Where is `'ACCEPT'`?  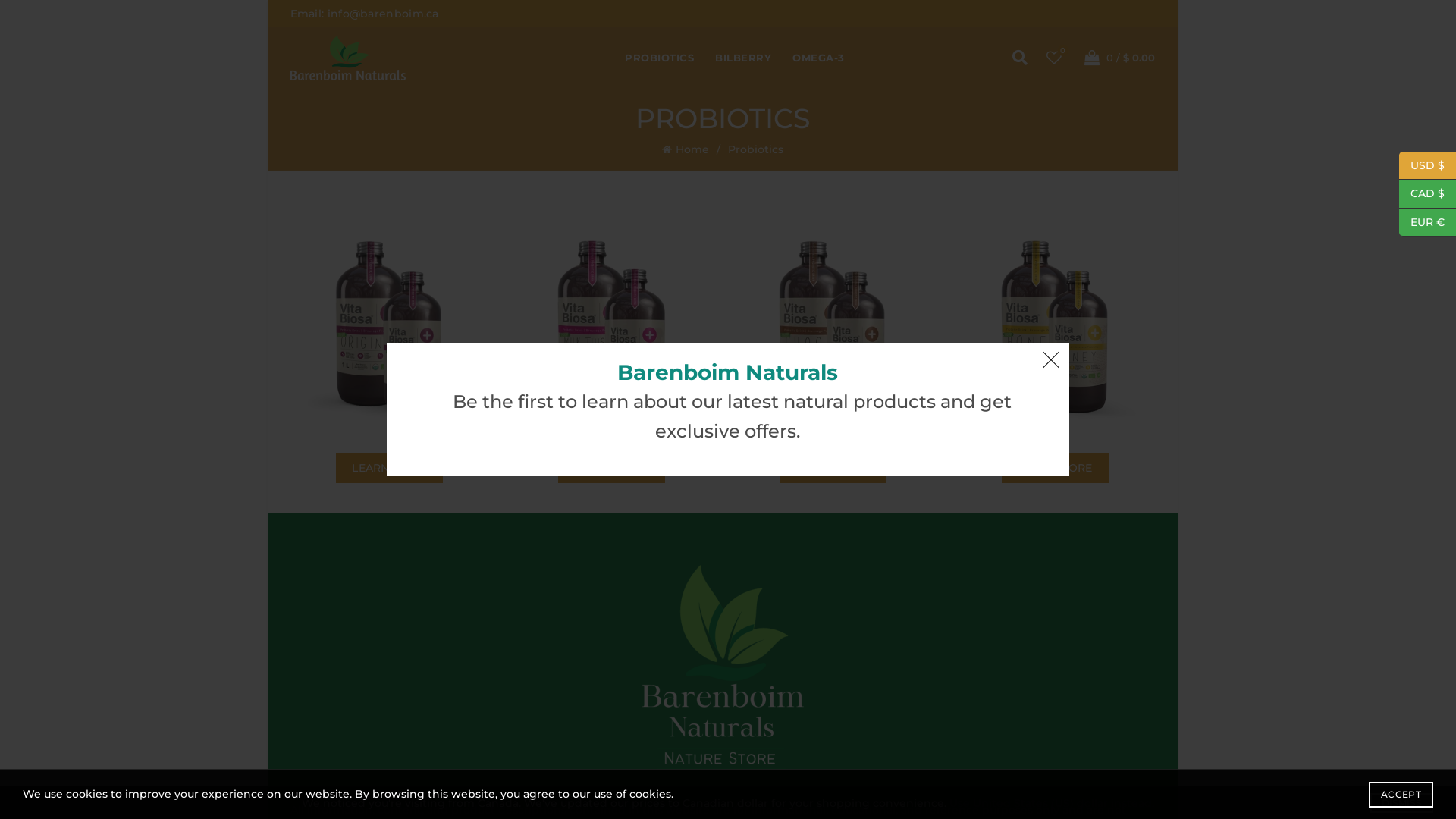 'ACCEPT' is located at coordinates (1400, 794).